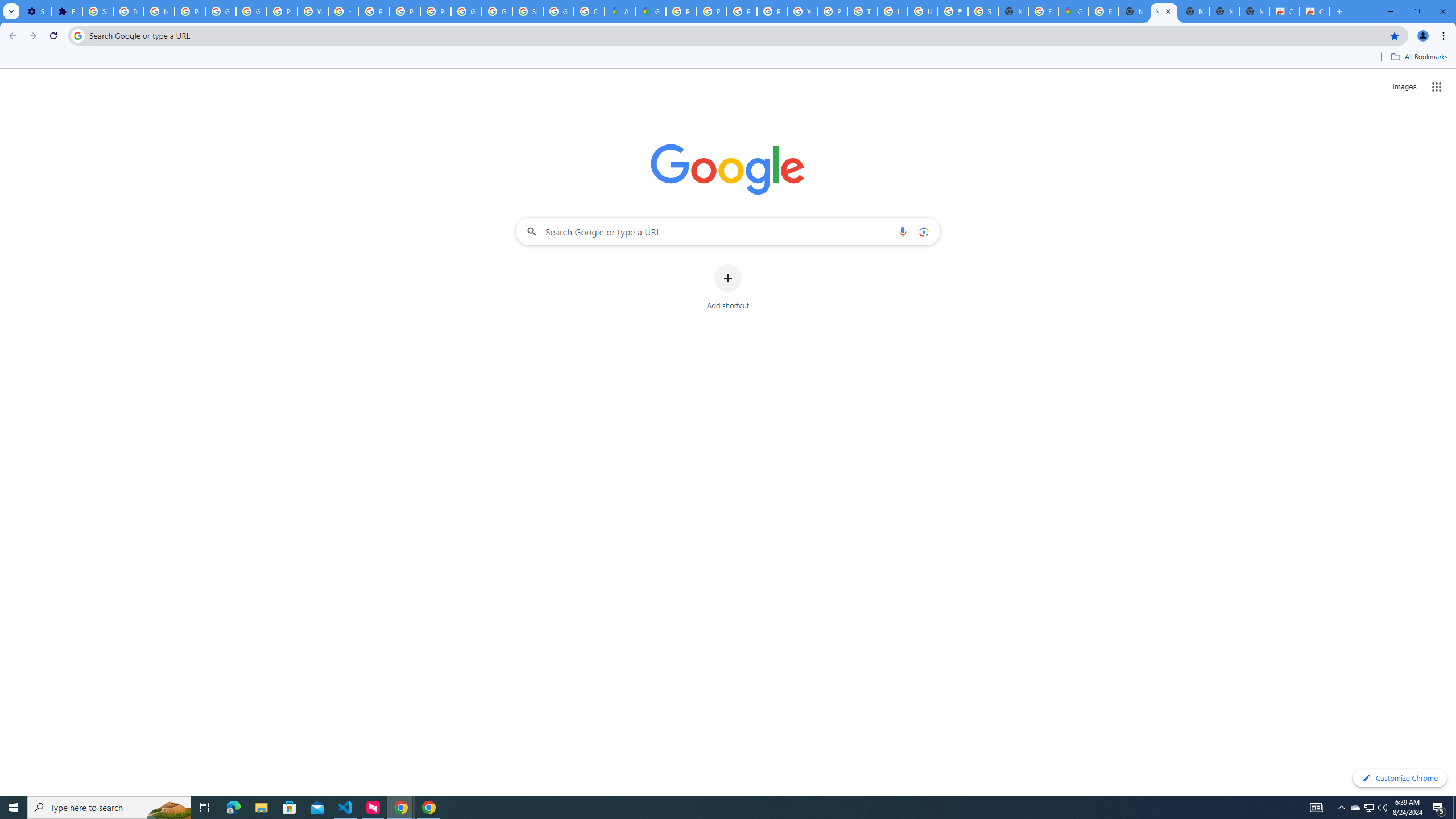  Describe the element at coordinates (127, 11) in the screenshot. I see `'Delete photos & videos - Computer - Google Photos Help'` at that location.